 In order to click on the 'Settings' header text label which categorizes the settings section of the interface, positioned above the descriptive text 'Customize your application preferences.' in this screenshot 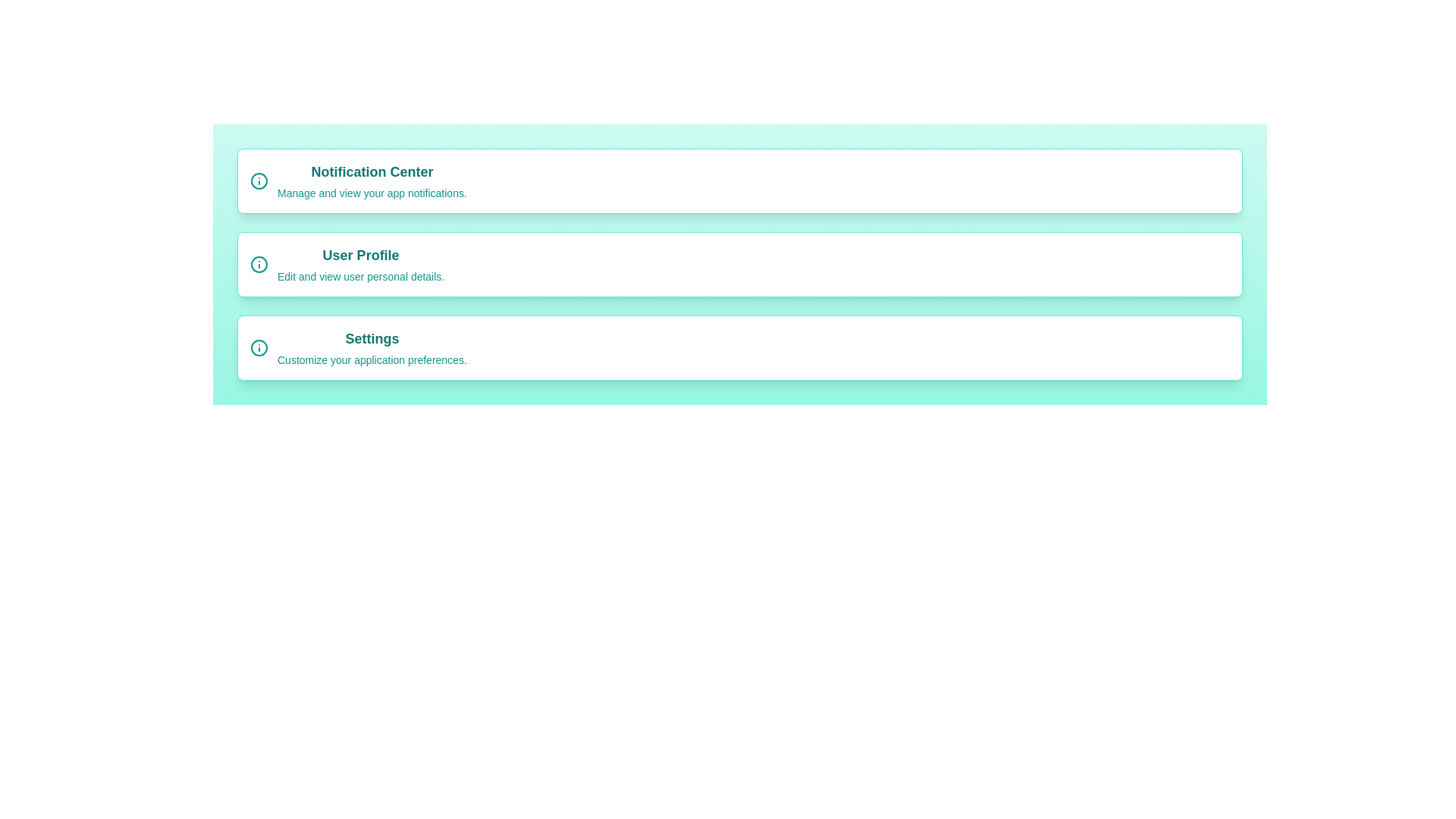, I will do `click(372, 338)`.